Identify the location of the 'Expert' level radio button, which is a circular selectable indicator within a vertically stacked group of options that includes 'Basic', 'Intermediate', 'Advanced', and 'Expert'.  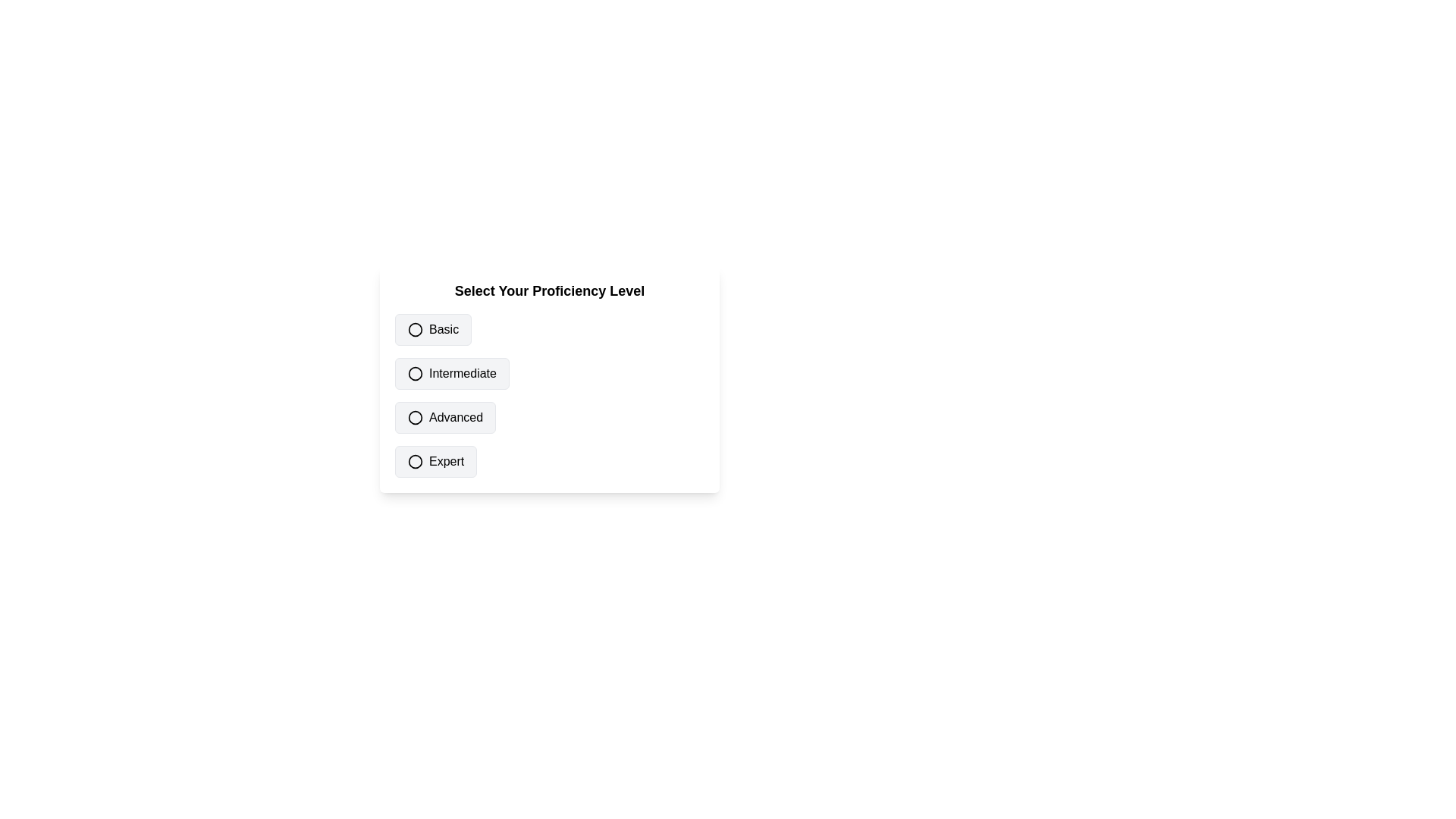
(415, 461).